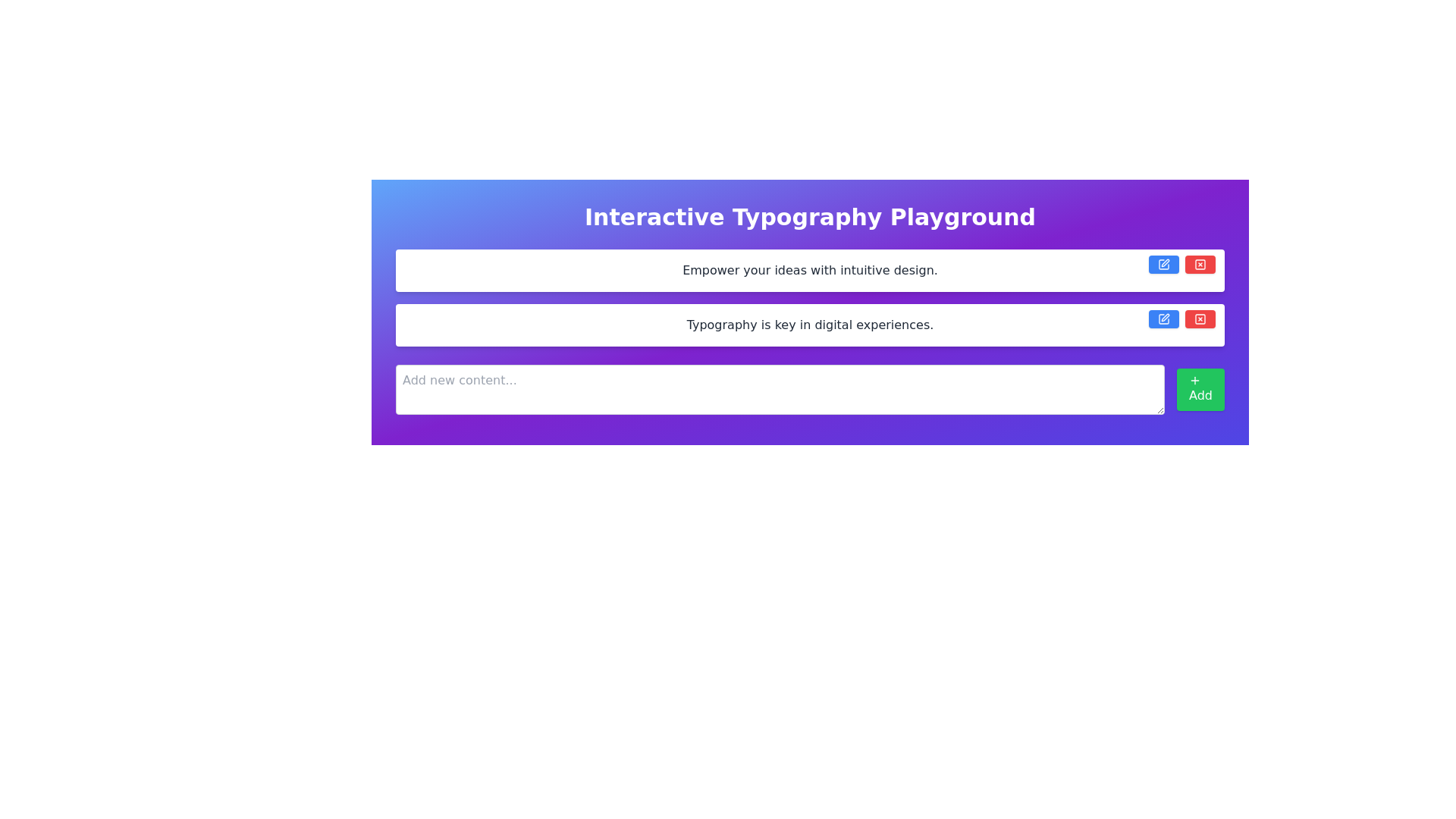 This screenshot has width=1456, height=819. I want to click on the edit button located to the far right of the upper input field, which allows users to modify the content of the associated item, so click(1163, 263).